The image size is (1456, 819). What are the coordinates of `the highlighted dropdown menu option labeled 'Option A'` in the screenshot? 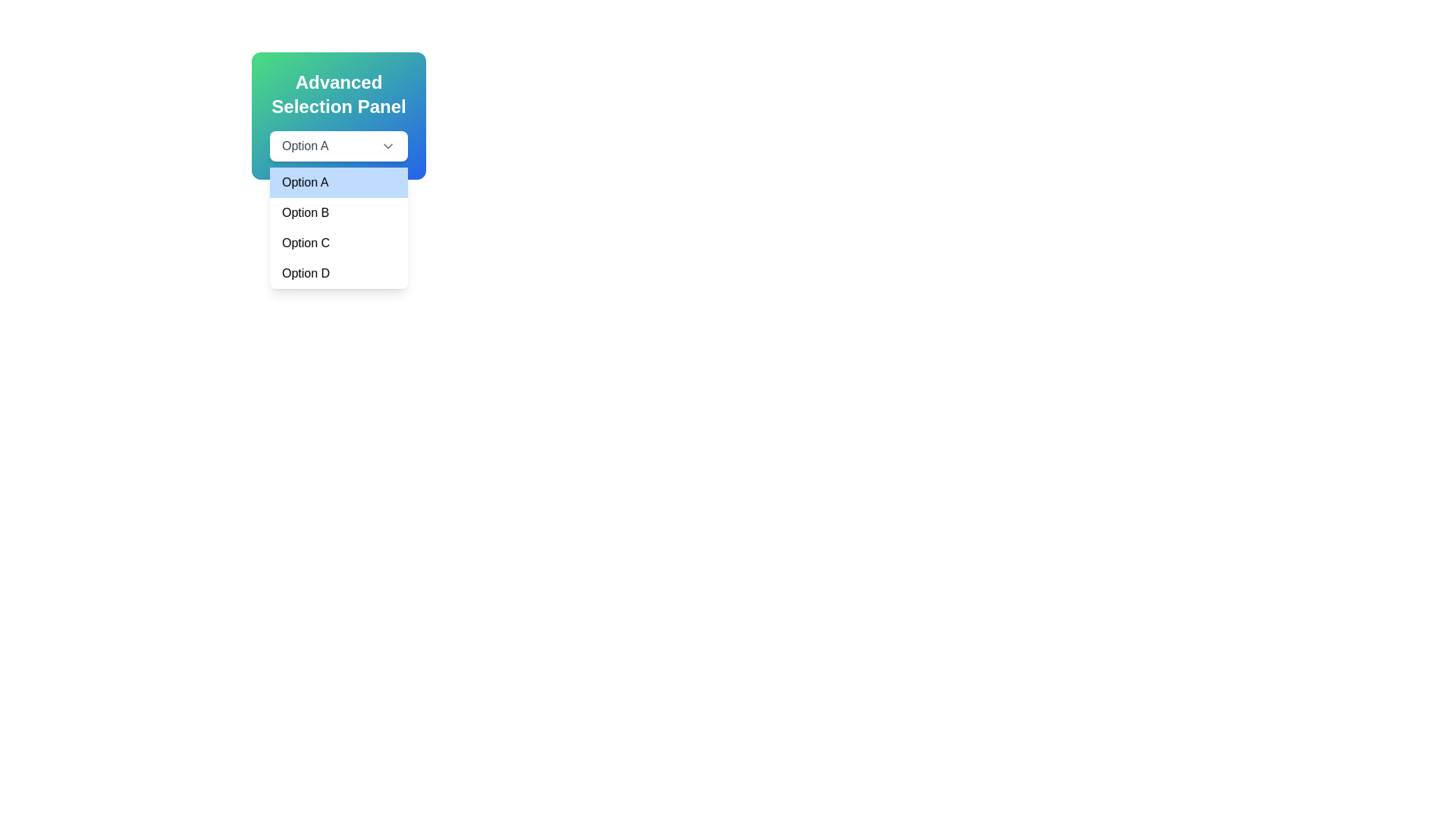 It's located at (337, 181).